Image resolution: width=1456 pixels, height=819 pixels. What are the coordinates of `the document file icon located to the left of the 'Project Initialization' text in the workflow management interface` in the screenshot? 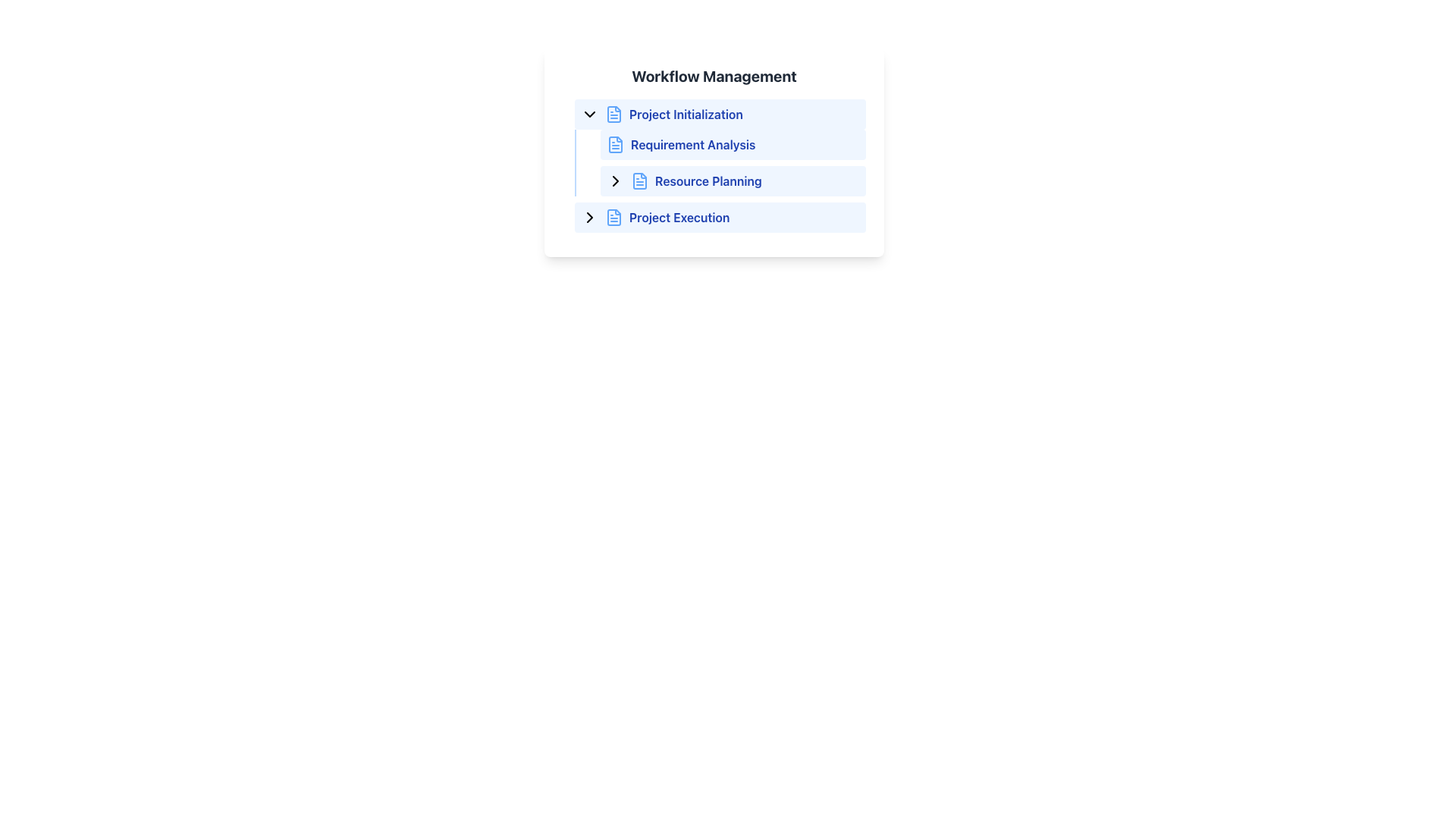 It's located at (614, 113).